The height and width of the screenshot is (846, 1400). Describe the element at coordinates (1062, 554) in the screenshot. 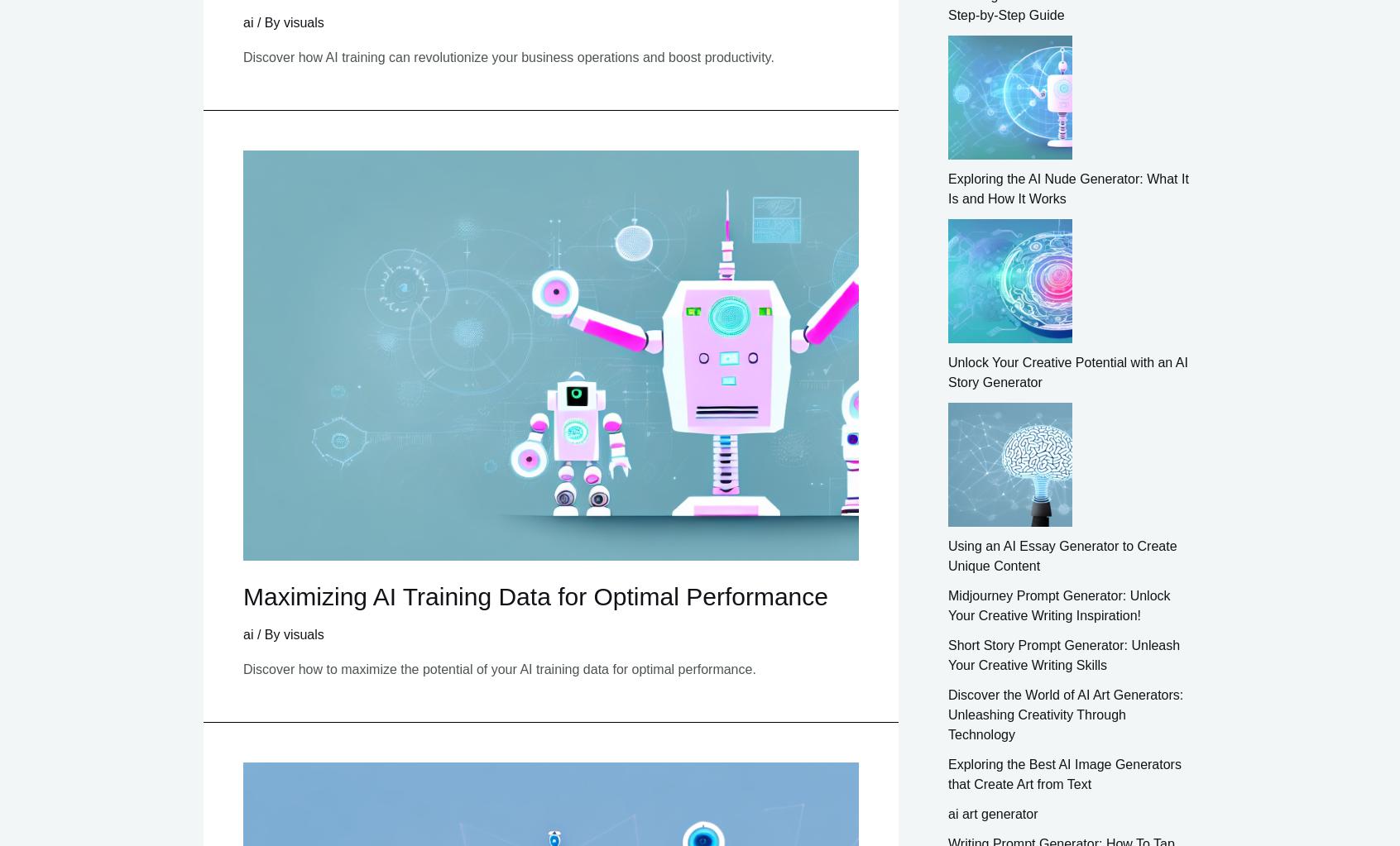

I see `'Using an AI Essay Generator to Create Unique Content'` at that location.